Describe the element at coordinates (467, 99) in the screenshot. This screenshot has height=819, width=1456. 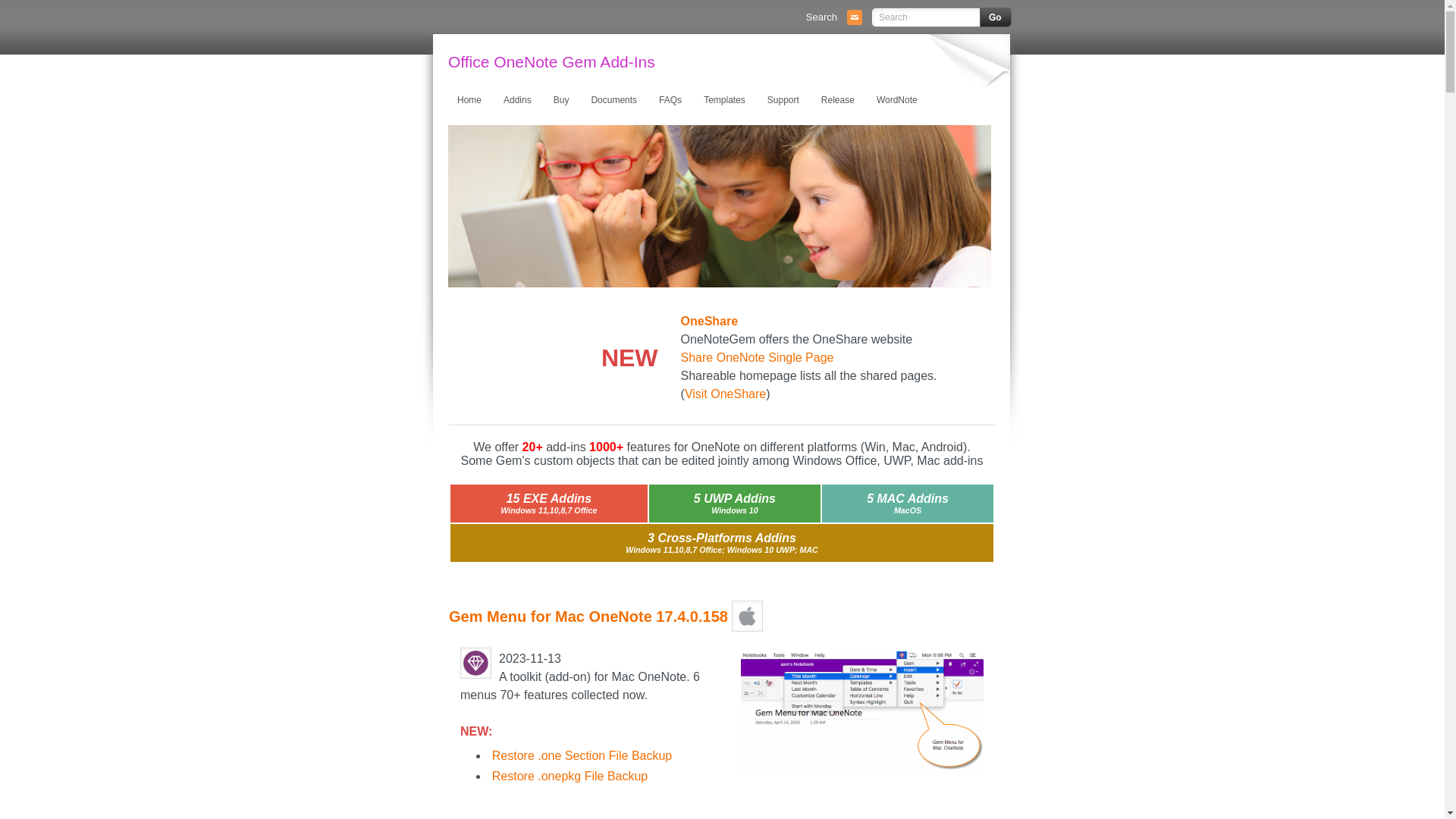
I see `'Home'` at that location.